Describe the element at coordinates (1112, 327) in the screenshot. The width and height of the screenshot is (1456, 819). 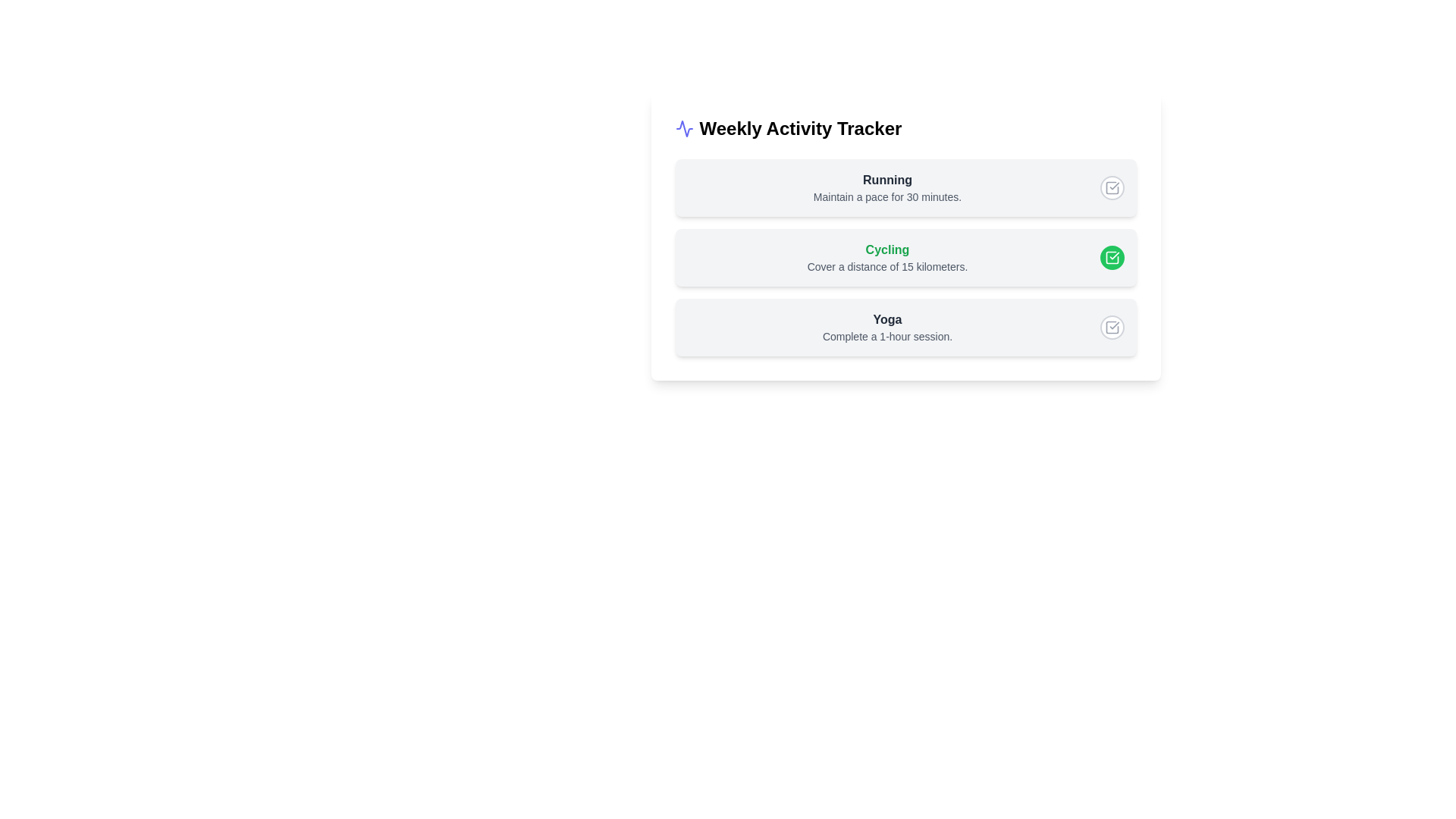
I see `the circular button with an icon in the third button position of the rightmost side of the third row labeled 'Yoga' to mark the task as completed` at that location.